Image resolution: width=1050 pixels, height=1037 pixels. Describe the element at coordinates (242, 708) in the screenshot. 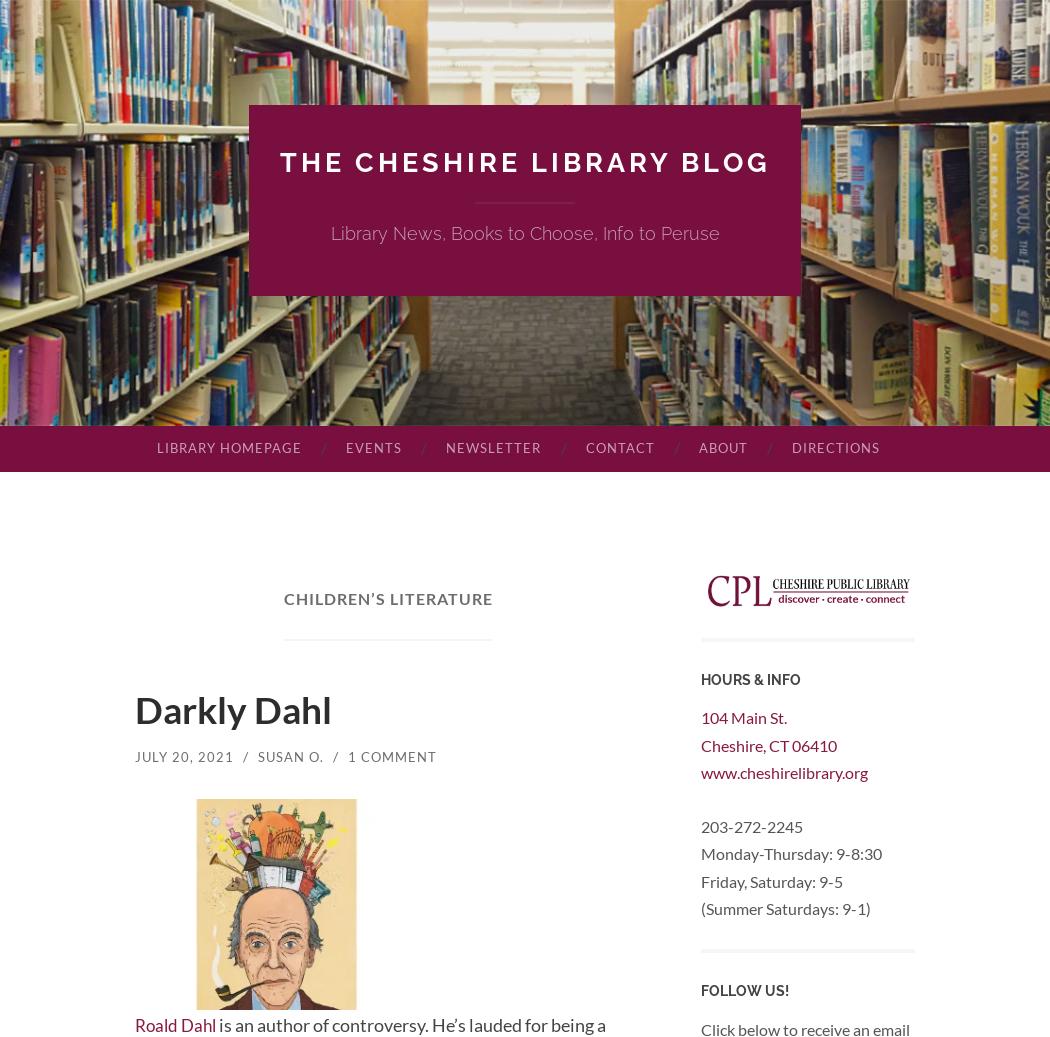

I see `'Darkly Dahl'` at that location.